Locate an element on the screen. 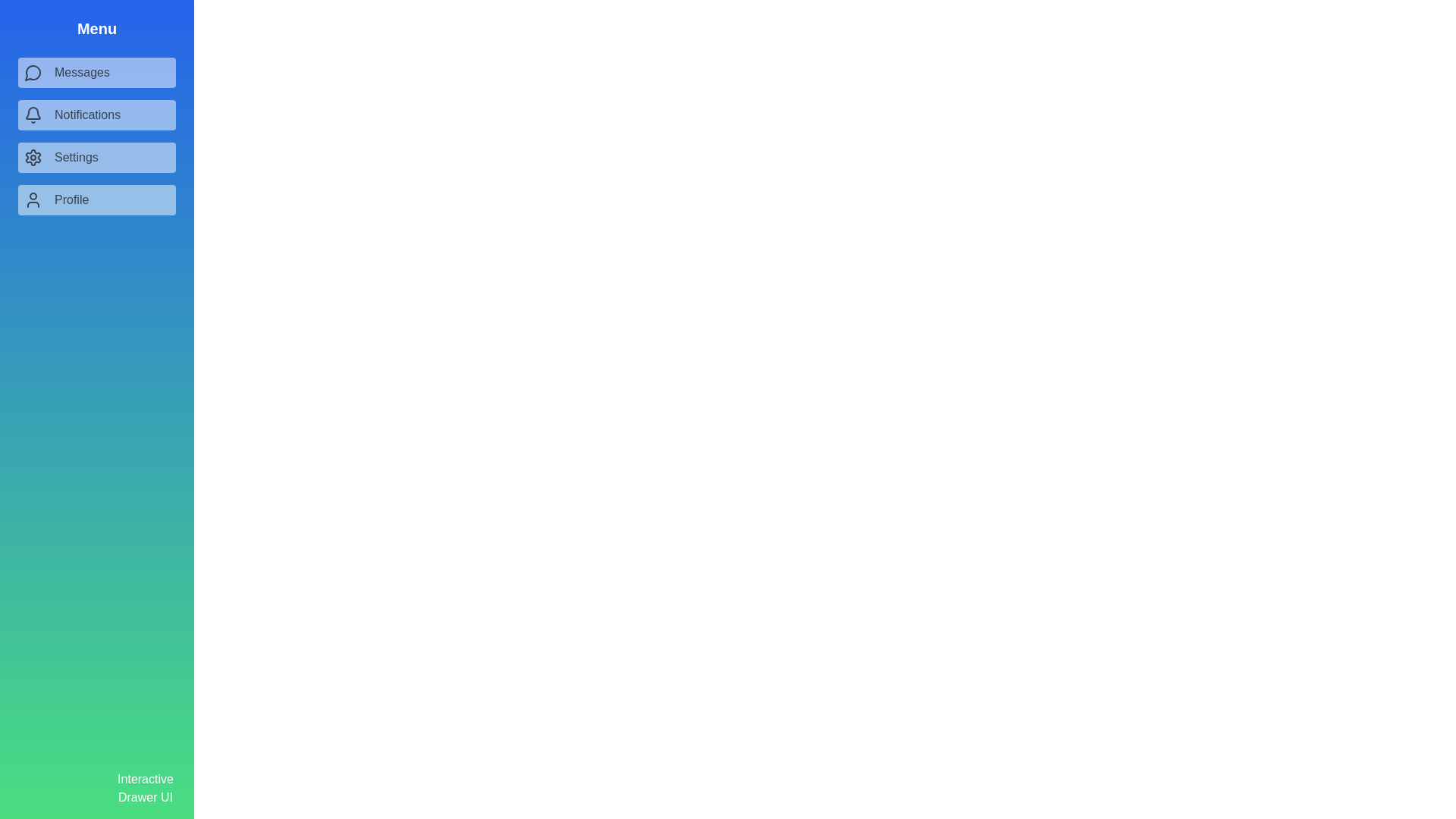  the menu item Profile is located at coordinates (96, 199).